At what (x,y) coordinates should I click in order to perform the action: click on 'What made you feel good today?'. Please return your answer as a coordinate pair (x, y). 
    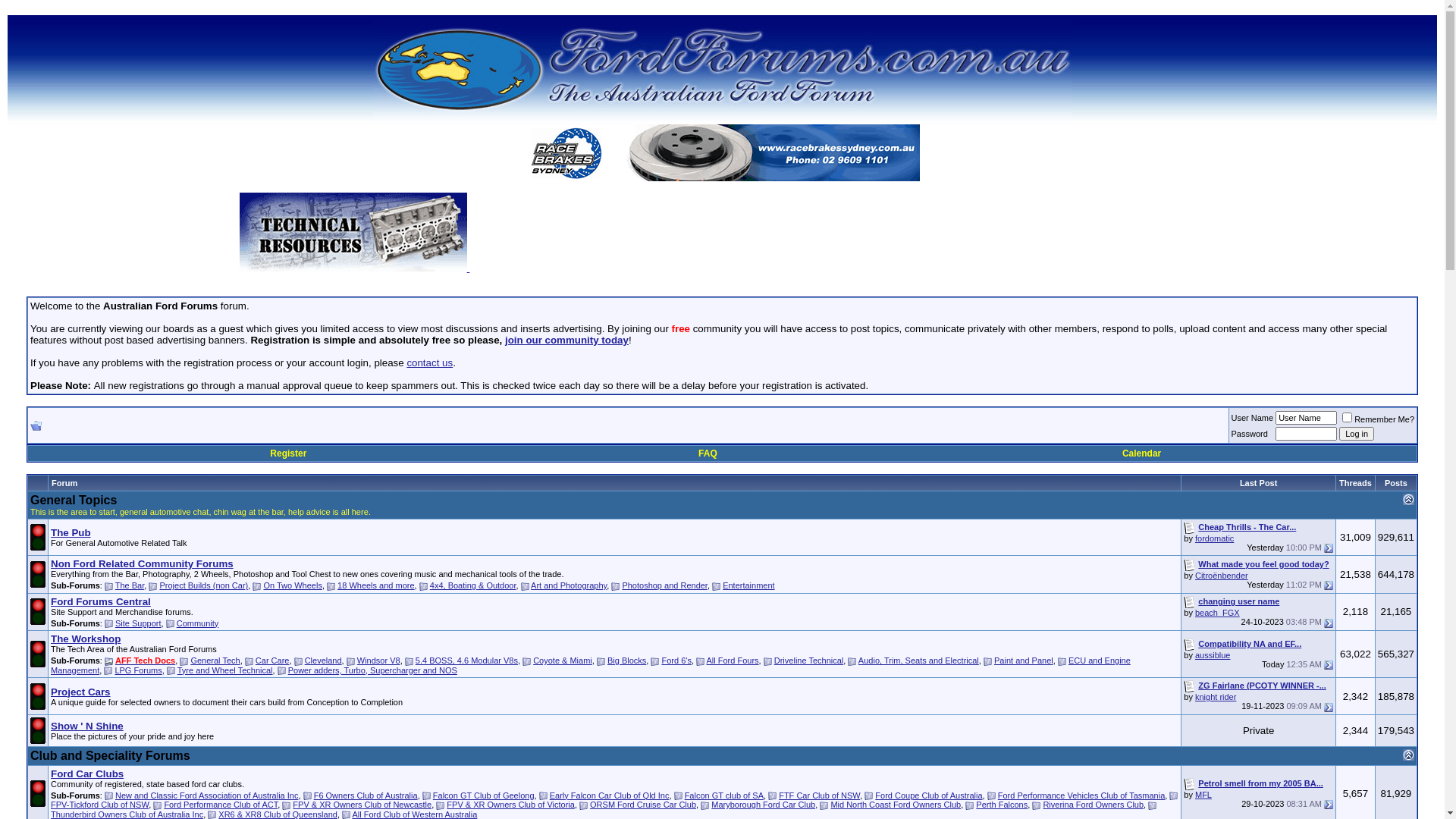
    Looking at the image, I should click on (1263, 564).